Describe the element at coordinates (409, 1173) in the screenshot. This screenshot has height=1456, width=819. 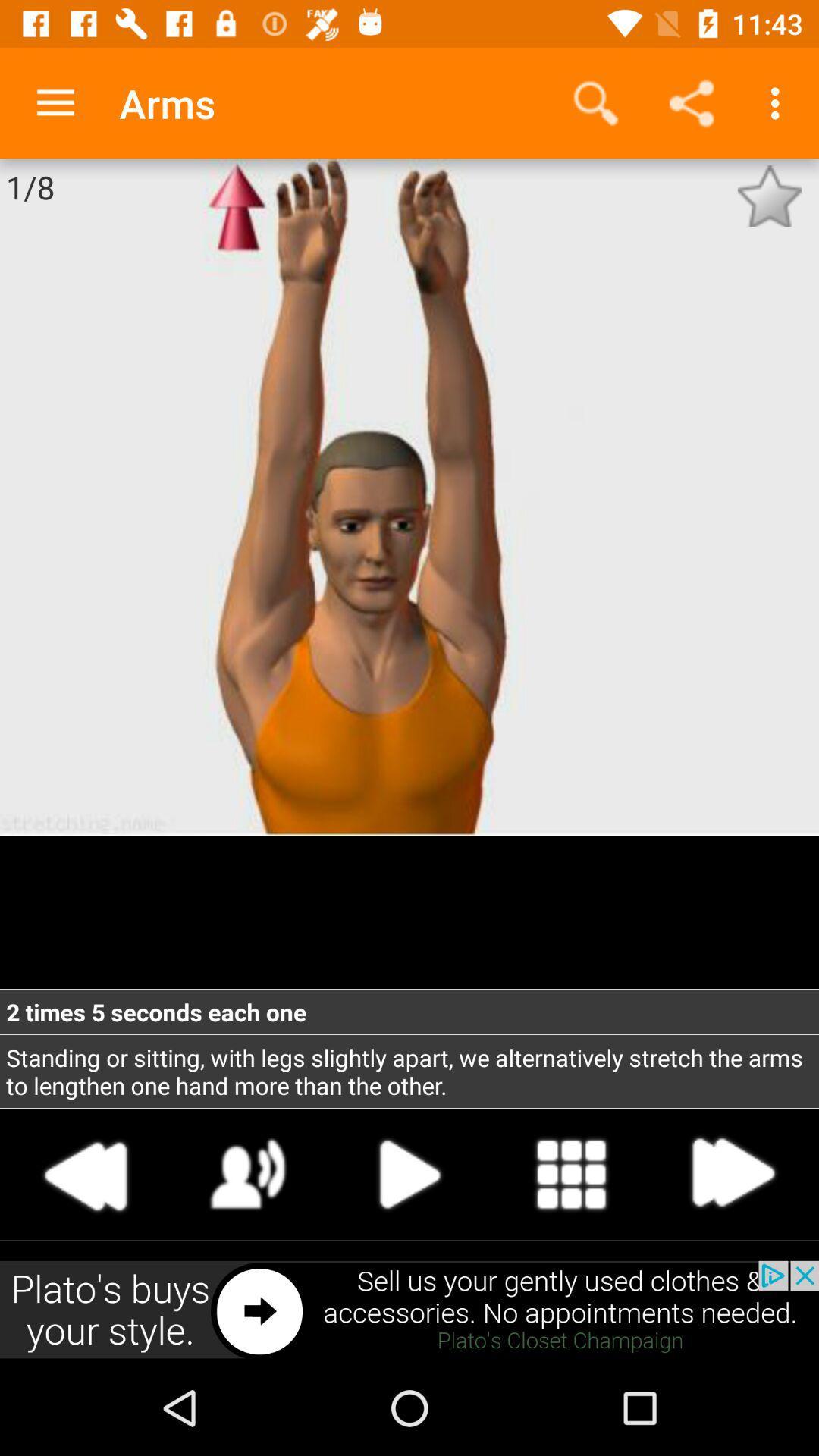
I see `button` at that location.